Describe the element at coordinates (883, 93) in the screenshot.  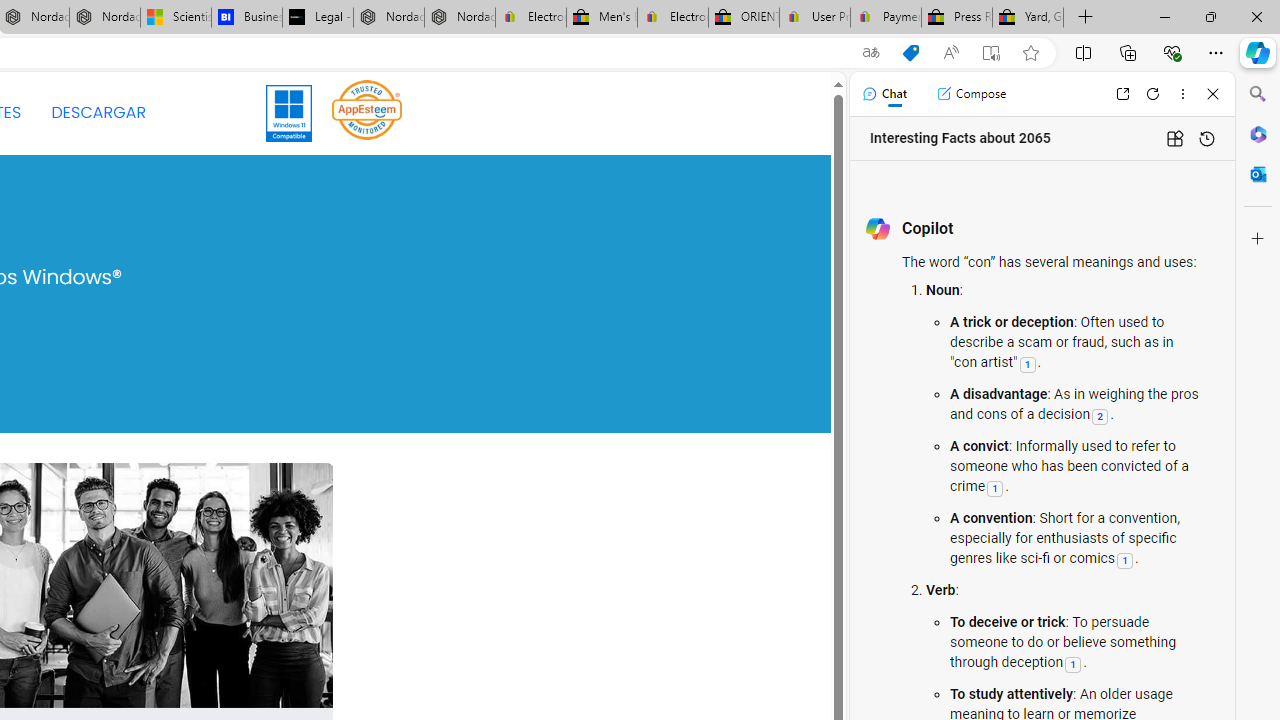
I see `'Chat'` at that location.